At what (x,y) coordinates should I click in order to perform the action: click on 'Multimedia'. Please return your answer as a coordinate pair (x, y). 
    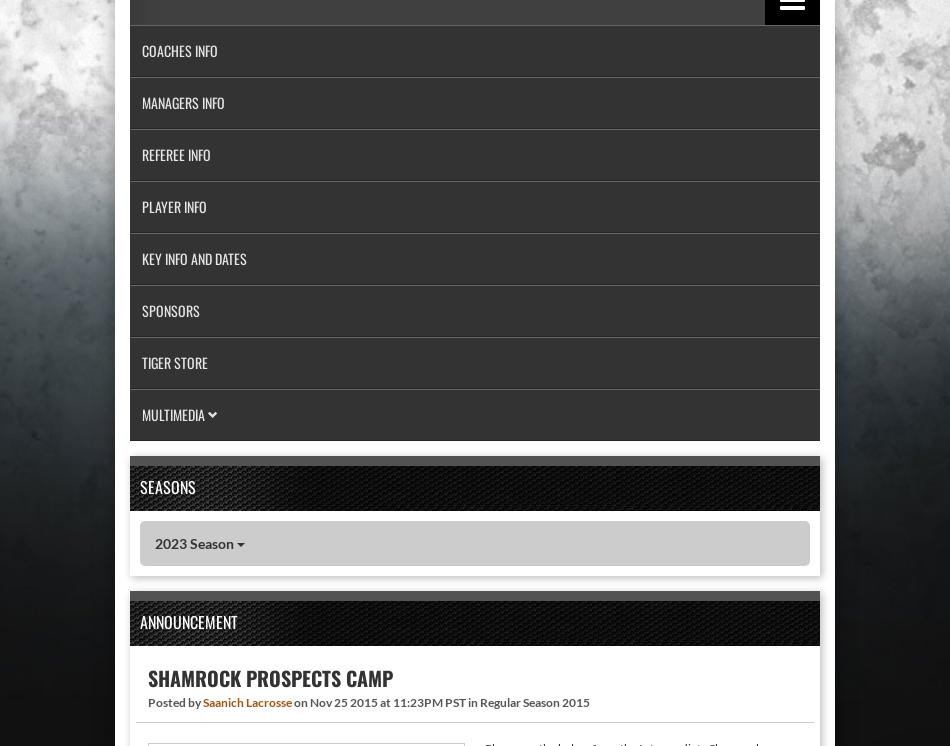
    Looking at the image, I should click on (174, 413).